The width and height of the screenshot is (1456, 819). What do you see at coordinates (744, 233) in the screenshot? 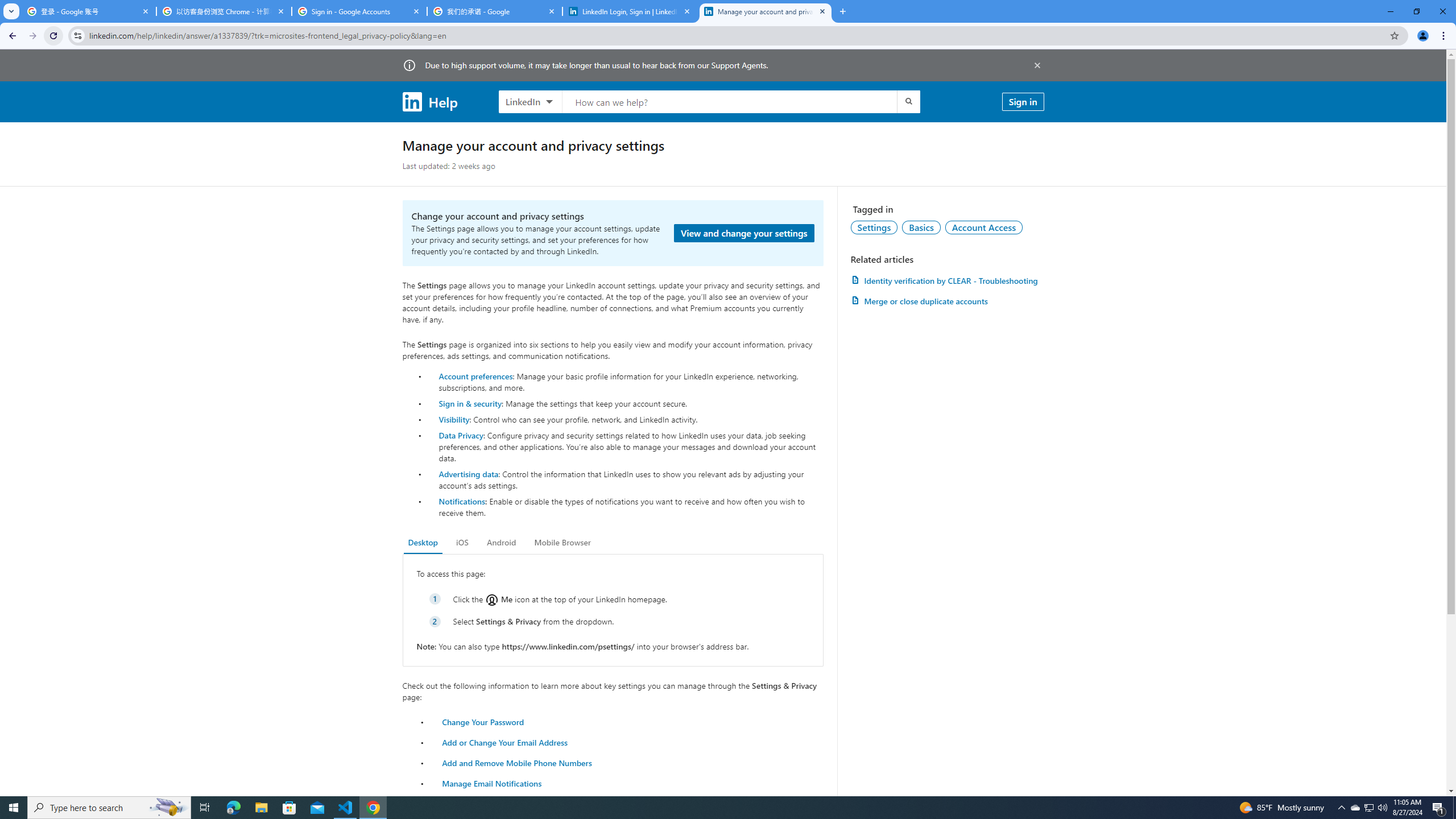
I see `'View and change your settings'` at bounding box center [744, 233].